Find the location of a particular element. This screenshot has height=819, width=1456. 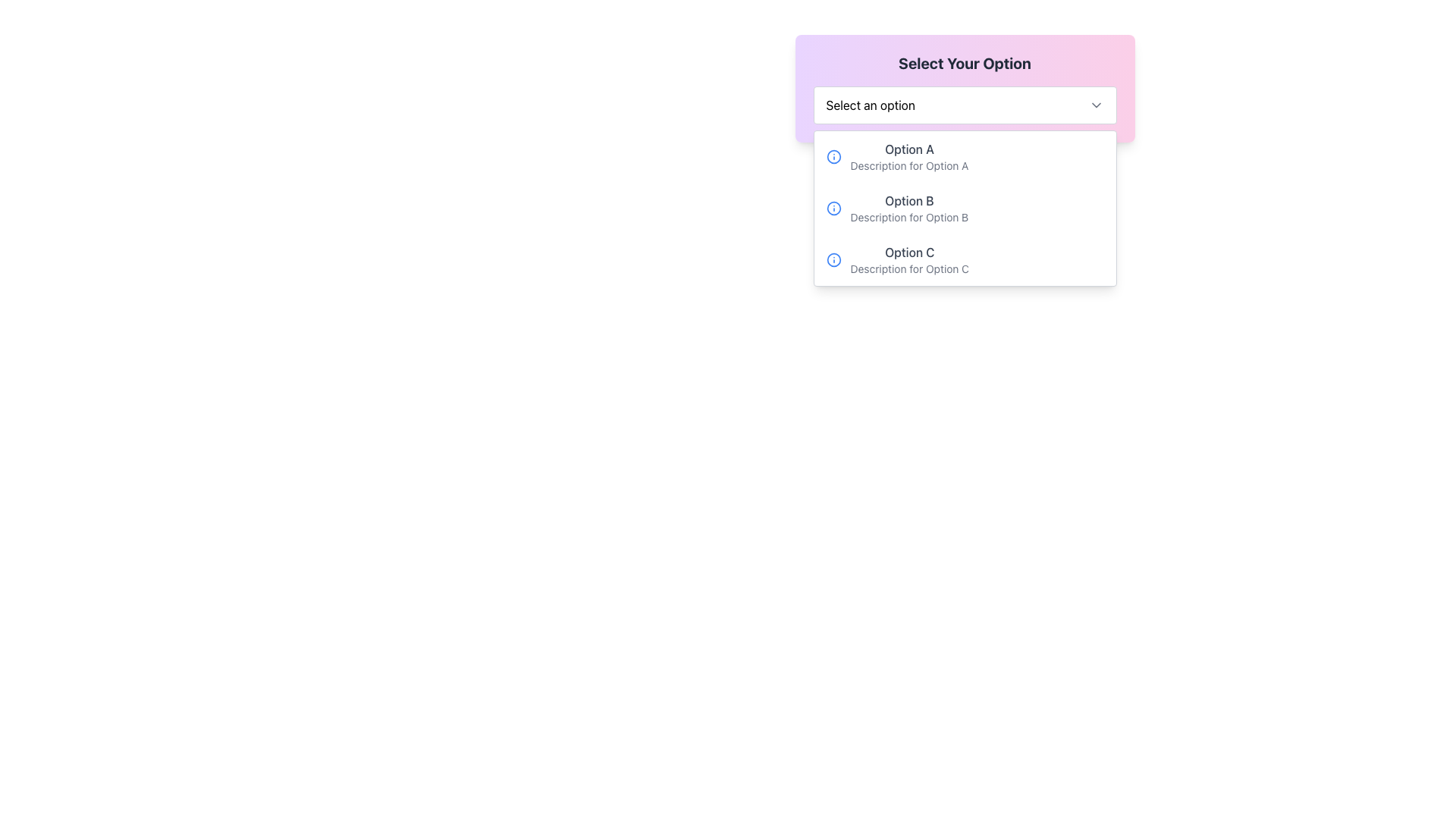

the first selectable choice in the dropdown menu, which is located at the top of the list below the menu's label and currently selected value is located at coordinates (909, 157).